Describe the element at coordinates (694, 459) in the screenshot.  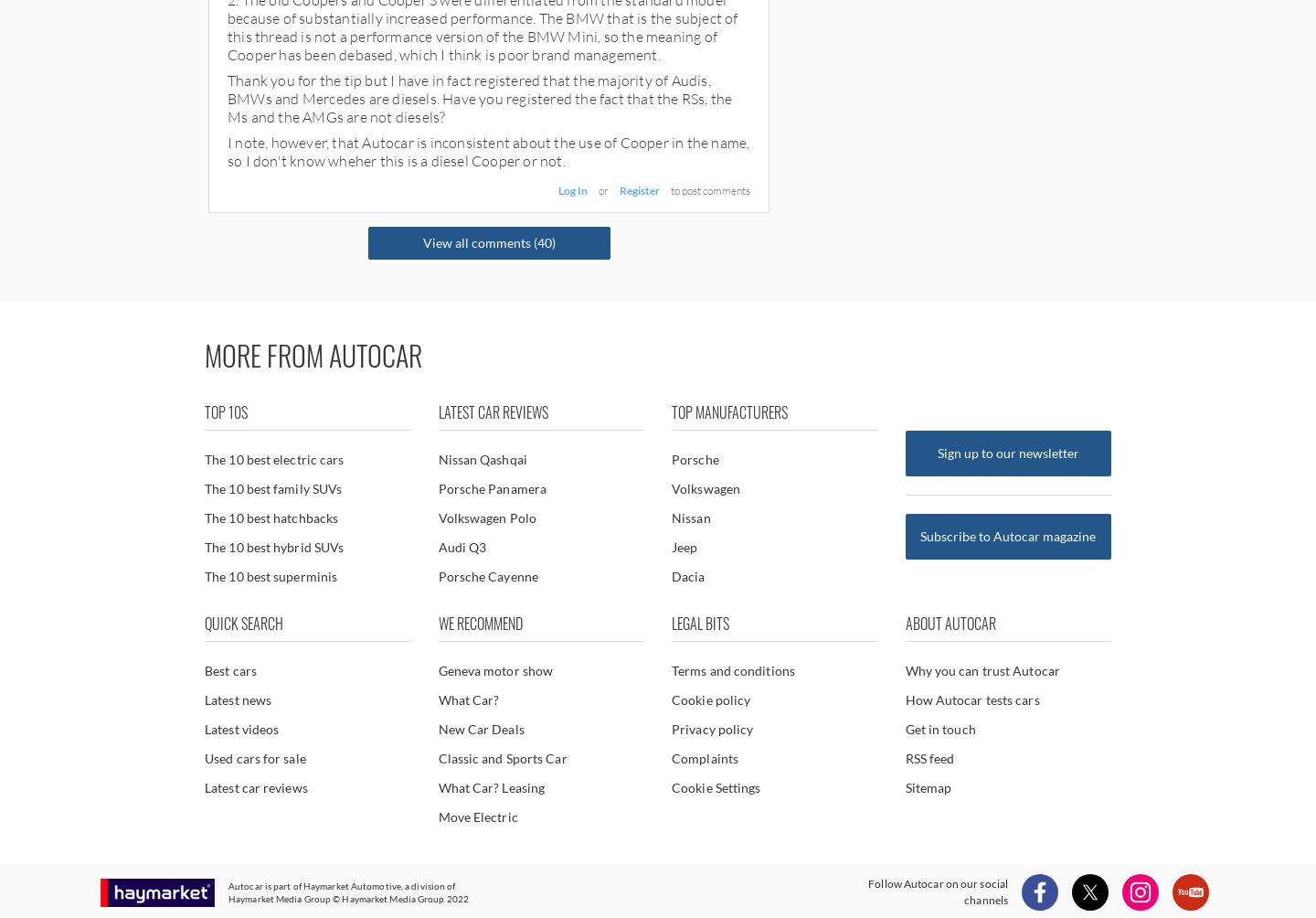
I see `'Porsche'` at that location.